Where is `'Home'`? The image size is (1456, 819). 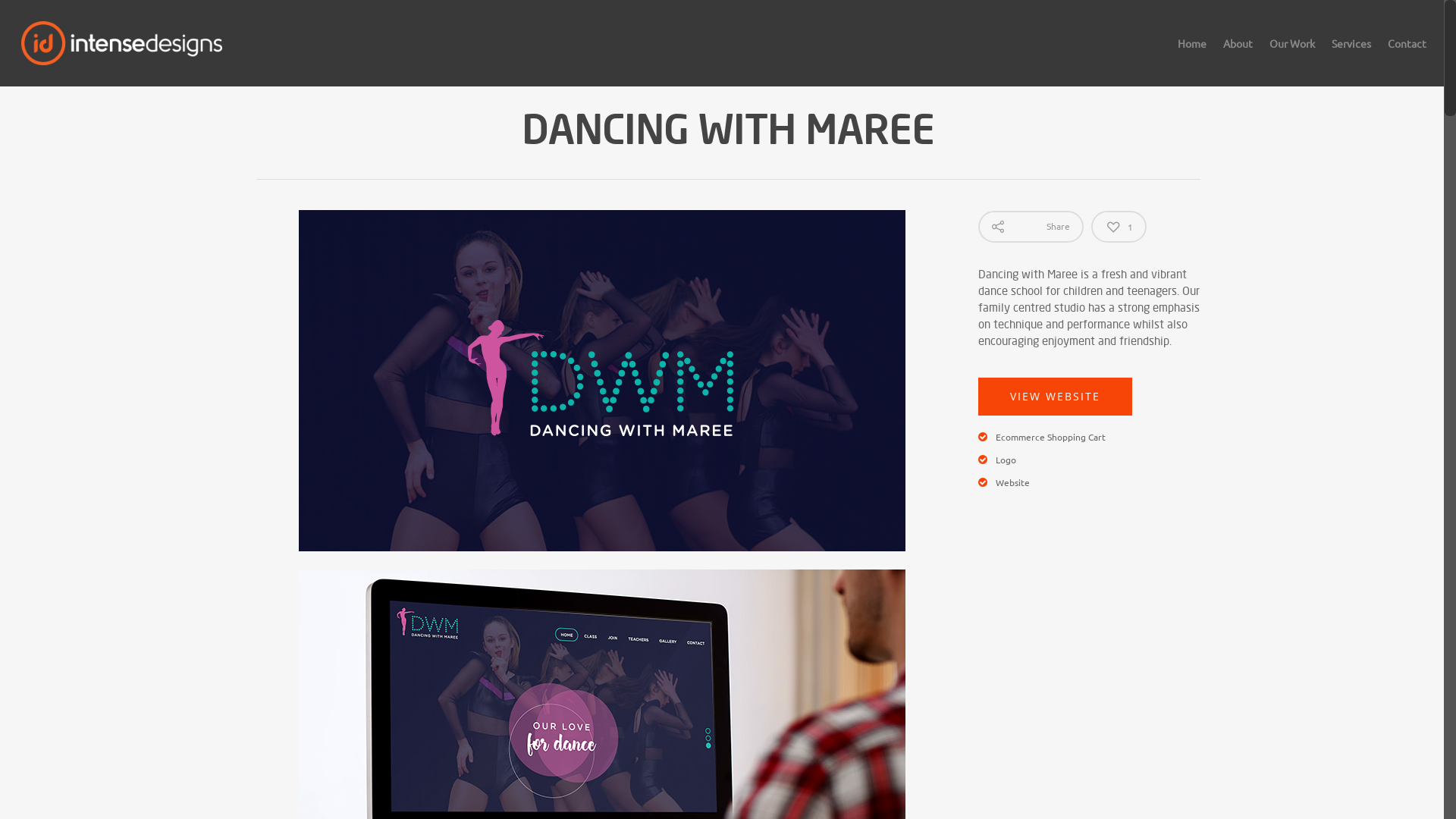 'Home' is located at coordinates (1191, 52).